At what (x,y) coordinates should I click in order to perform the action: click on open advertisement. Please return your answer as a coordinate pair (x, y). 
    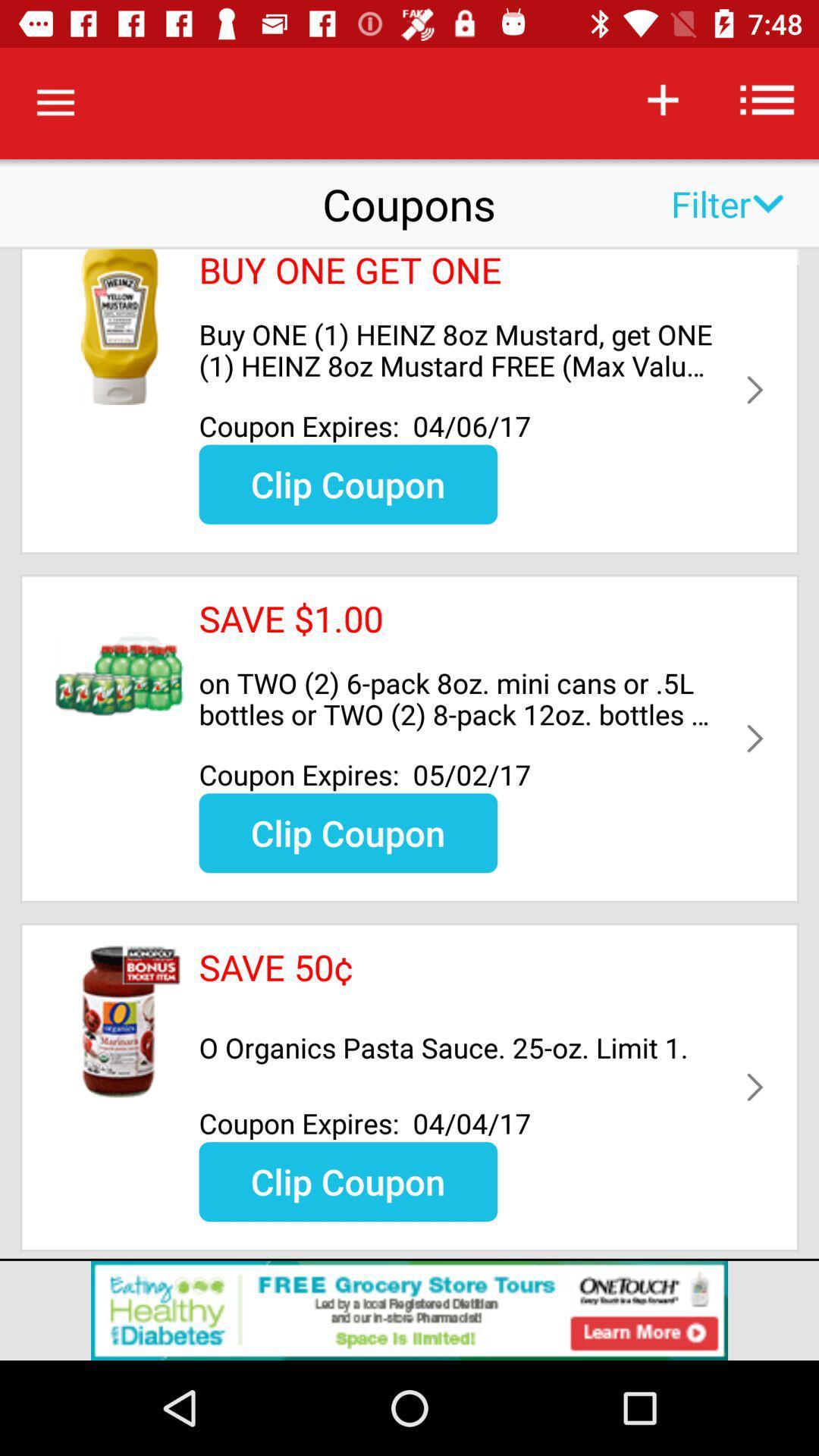
    Looking at the image, I should click on (409, 1310).